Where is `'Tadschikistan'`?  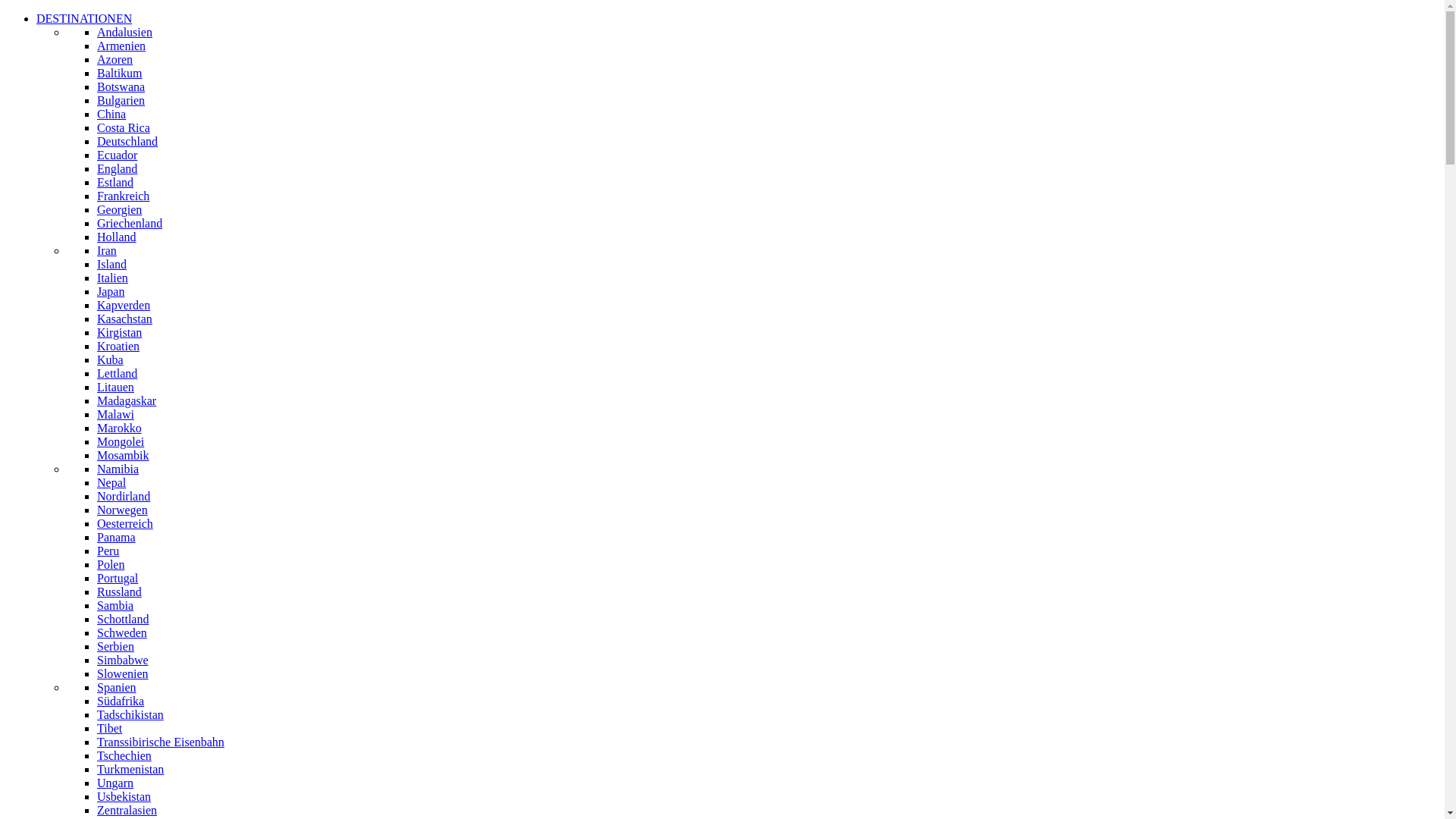
'Tadschikistan' is located at coordinates (130, 714).